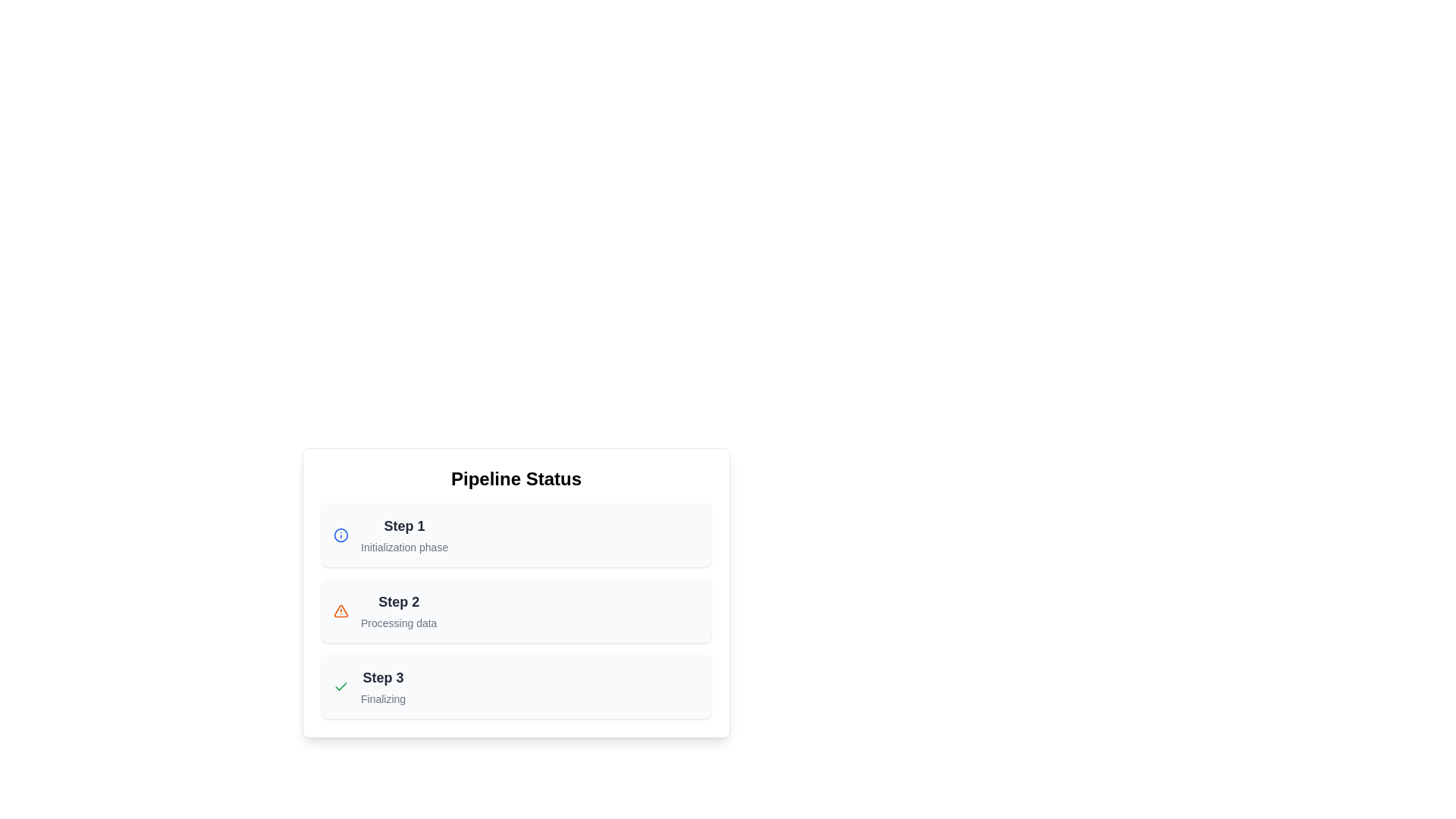 This screenshot has height=819, width=1456. What do you see at coordinates (404, 534) in the screenshot?
I see `the static text label indicating the first step in the pipeline process, which has 'Initialization phase' as a subheading and is located within the first card beneath the 'Pipeline Status' heading` at bounding box center [404, 534].